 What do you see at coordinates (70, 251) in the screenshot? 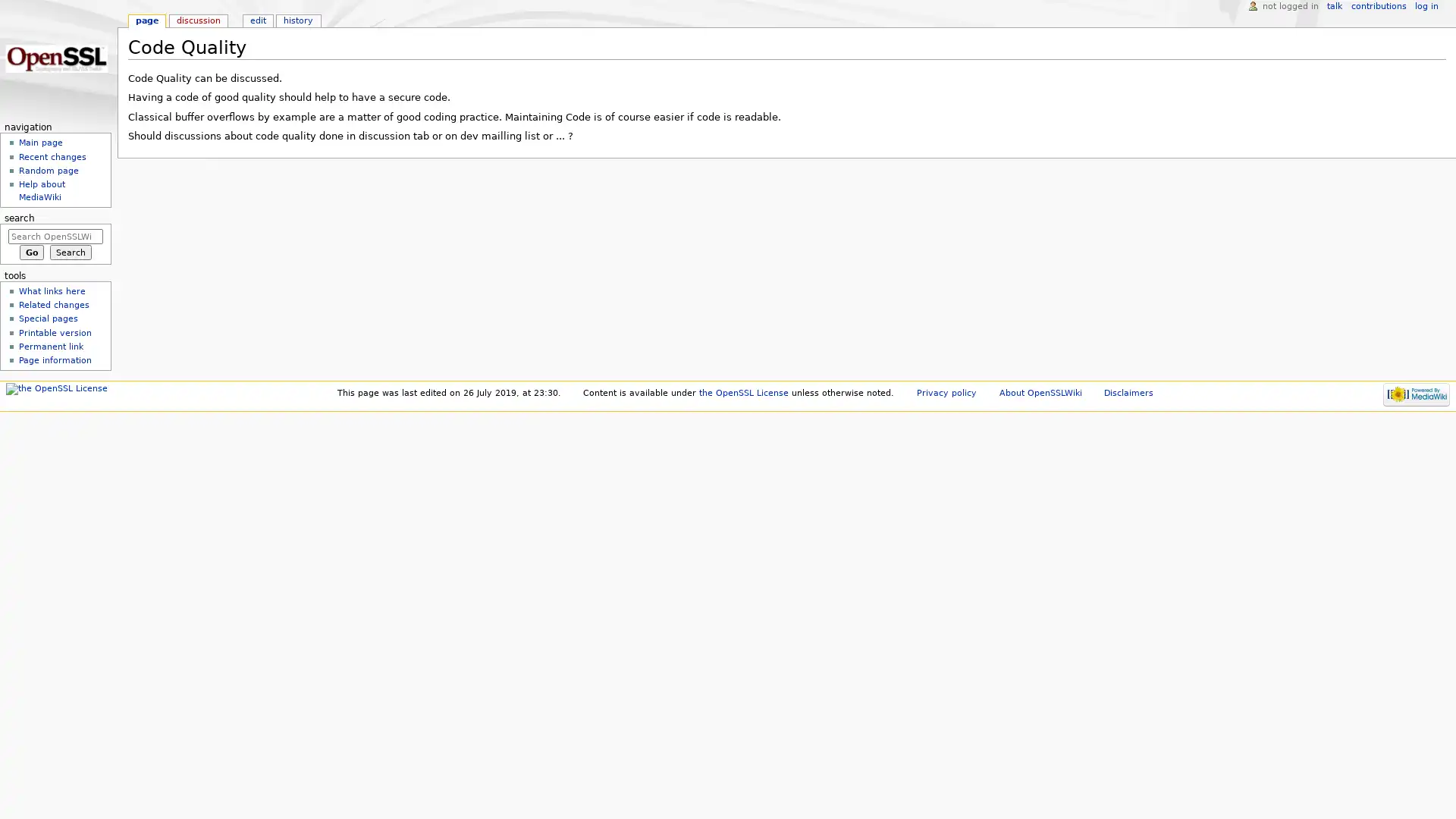
I see `Search` at bounding box center [70, 251].